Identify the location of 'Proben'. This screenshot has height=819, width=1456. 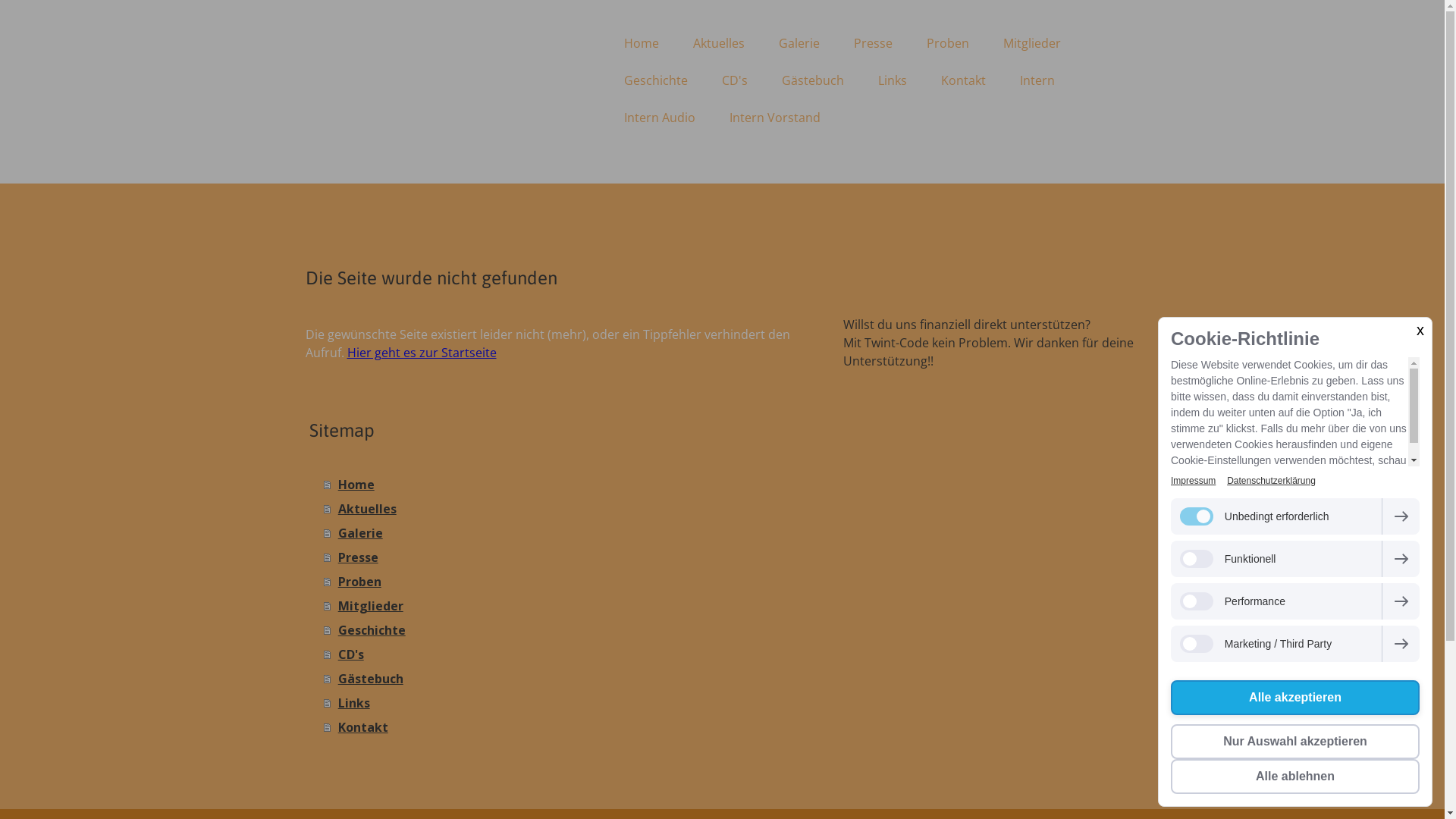
(946, 42).